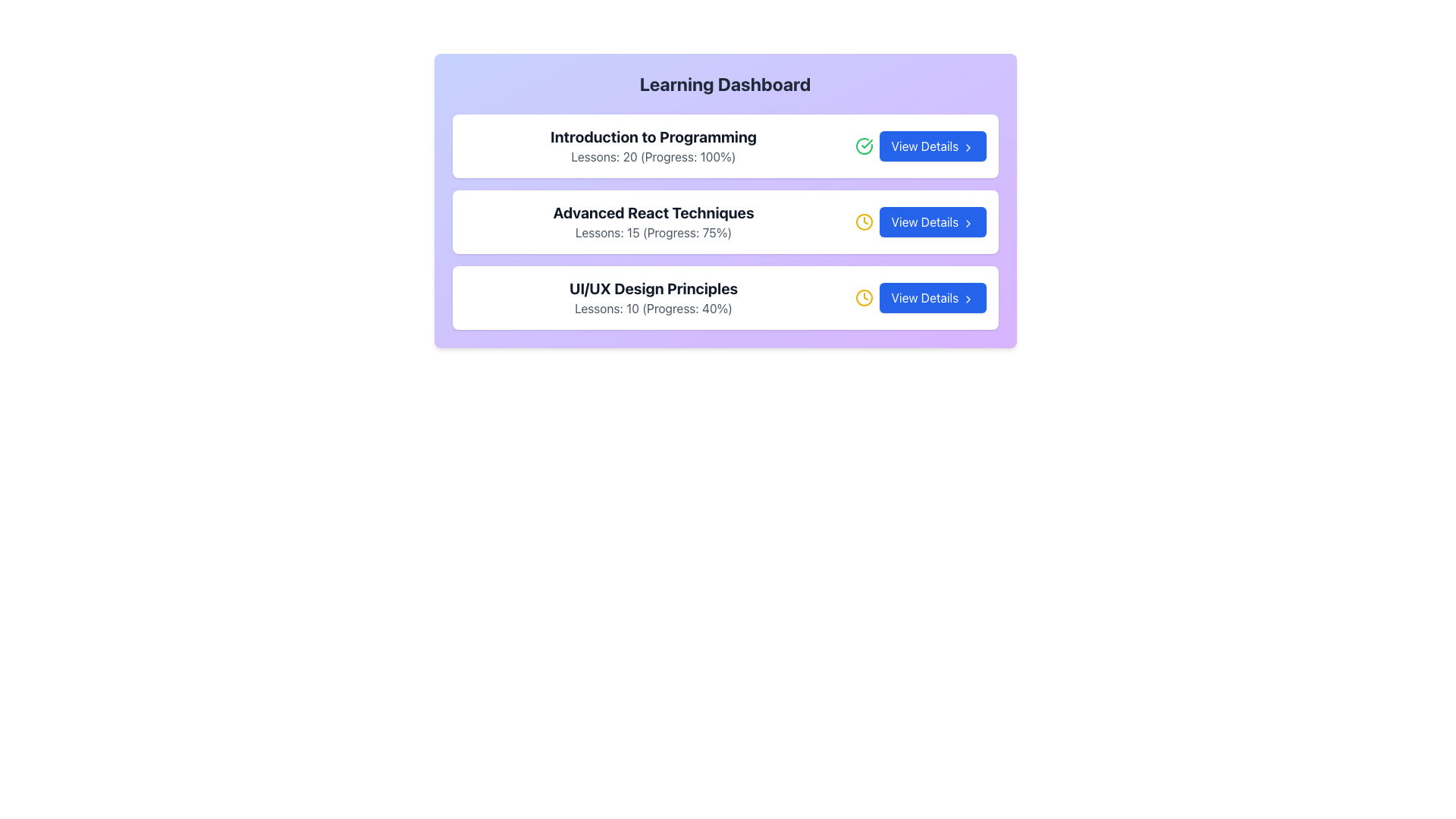 Image resolution: width=1456 pixels, height=819 pixels. I want to click on the progress status icon that visually communicates the progress of the specific lesson, located to the left of the 'View Details' button and aligned with the text 'Lessons: 15 (Progress: 75%)', so click(864, 298).